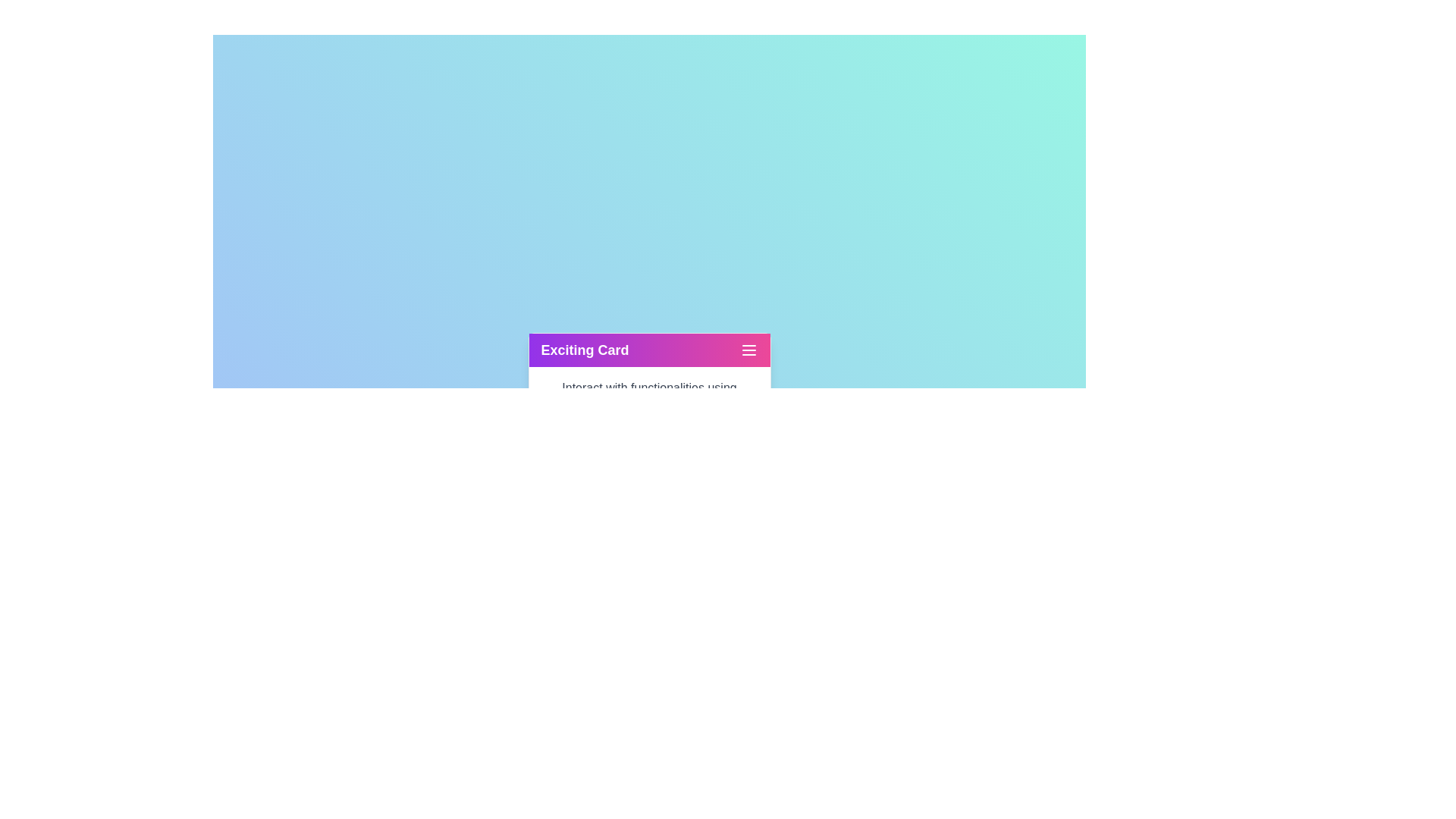  What do you see at coordinates (584, 350) in the screenshot?
I see `the text label displaying 'Exciting Card', which serves as a header or identifier for the associated section in the UI` at bounding box center [584, 350].